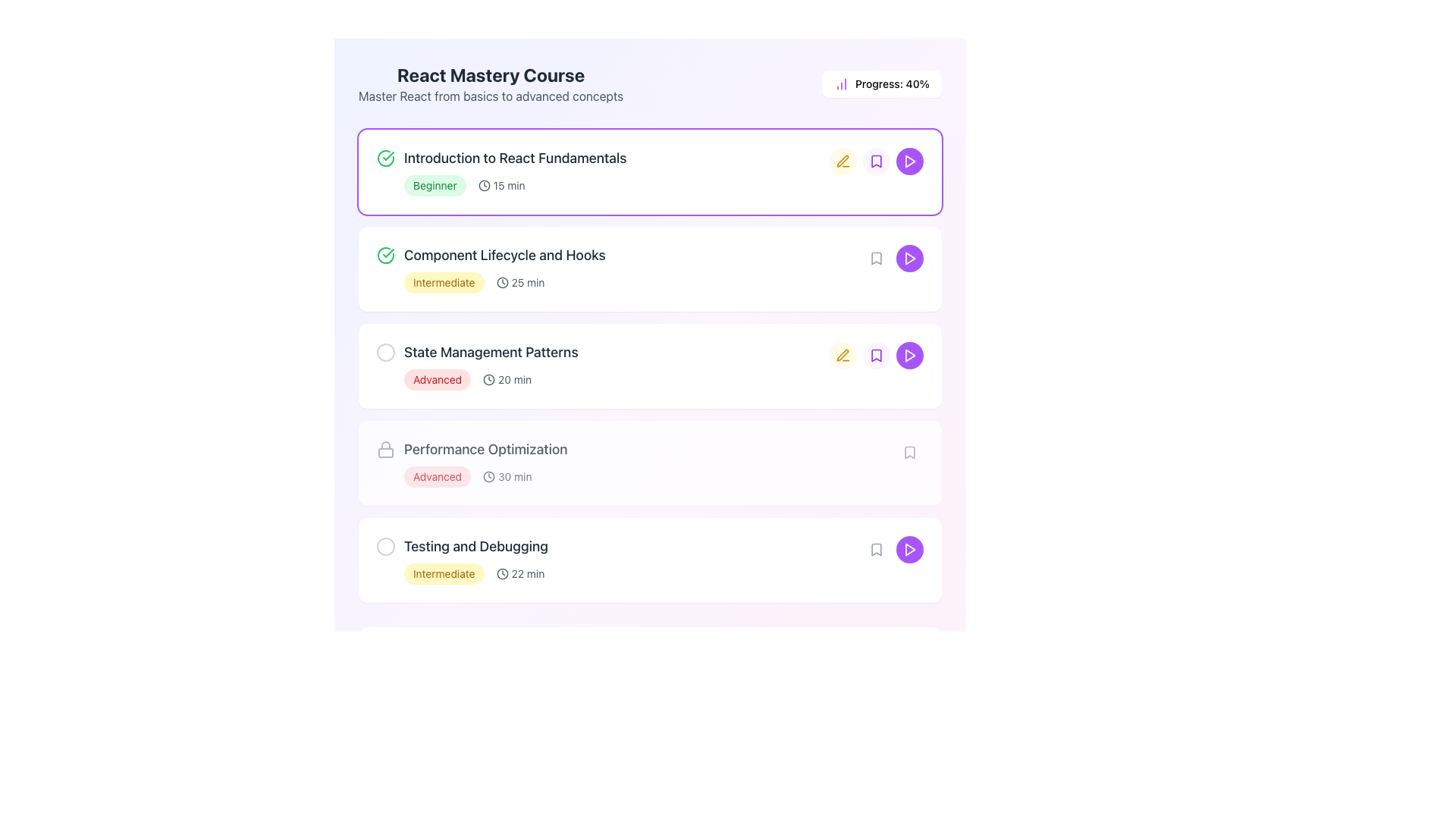 The height and width of the screenshot is (819, 1456). I want to click on circular part of the SVG graphic representing the clock icon's outer rim, located near the top left corner of the component listing, beside the 'Component Lifecycle and Hooks' section, so click(489, 475).